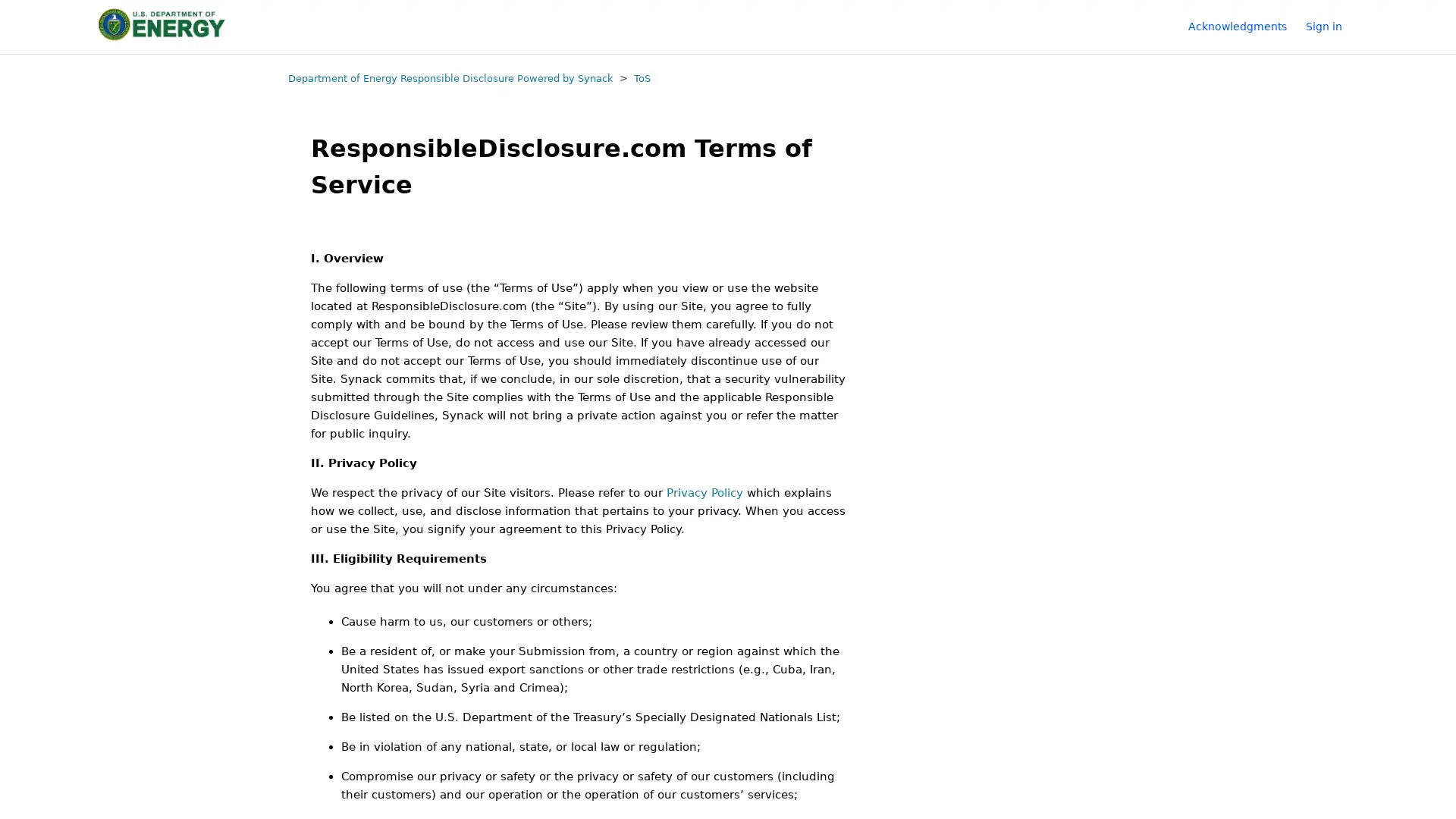 The image size is (1456, 819). Describe the element at coordinates (1331, 26) in the screenshot. I see `Sign in` at that location.